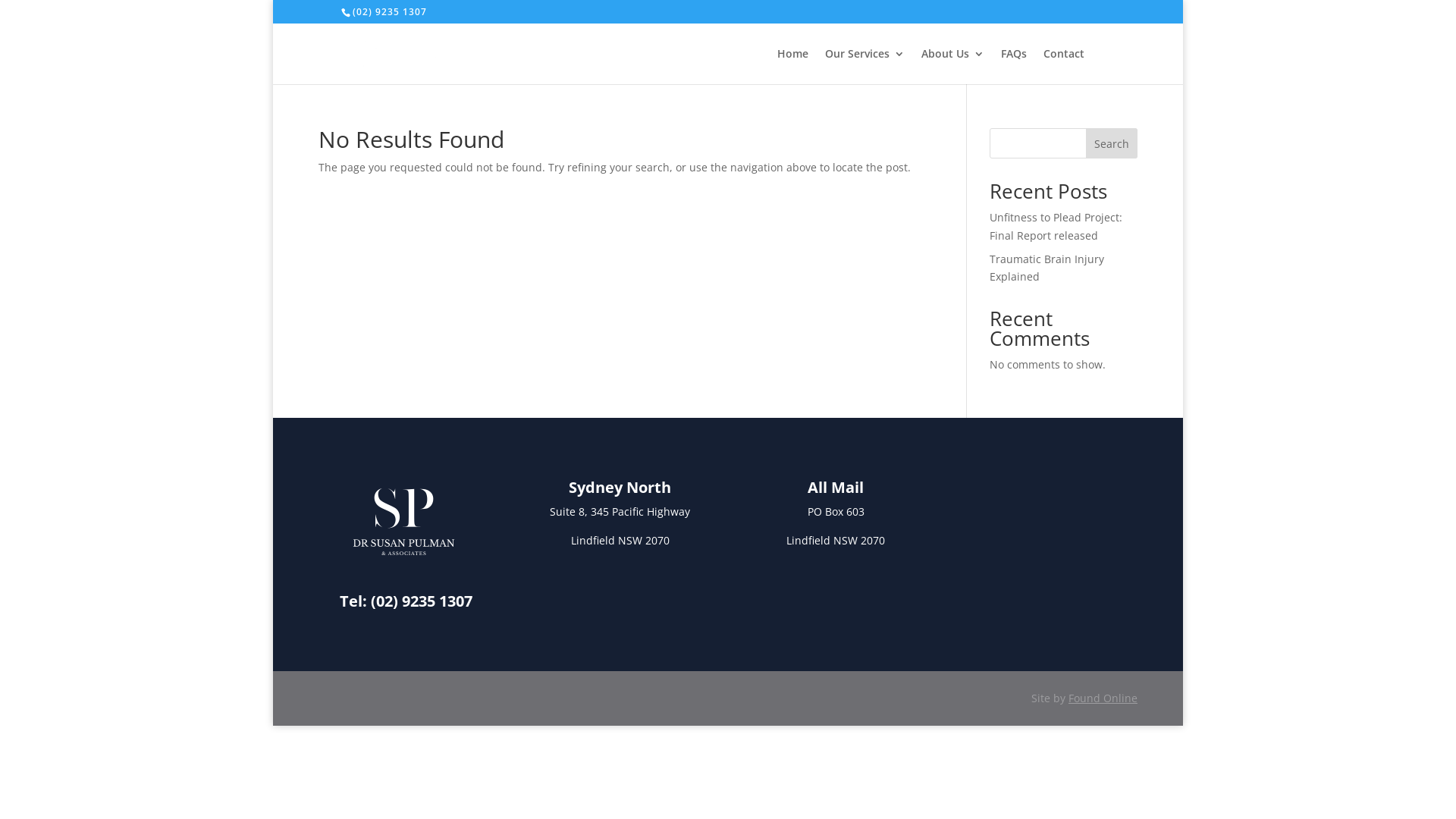 The width and height of the screenshot is (1456, 819). I want to click on 'logo_white_transparent', so click(403, 520).